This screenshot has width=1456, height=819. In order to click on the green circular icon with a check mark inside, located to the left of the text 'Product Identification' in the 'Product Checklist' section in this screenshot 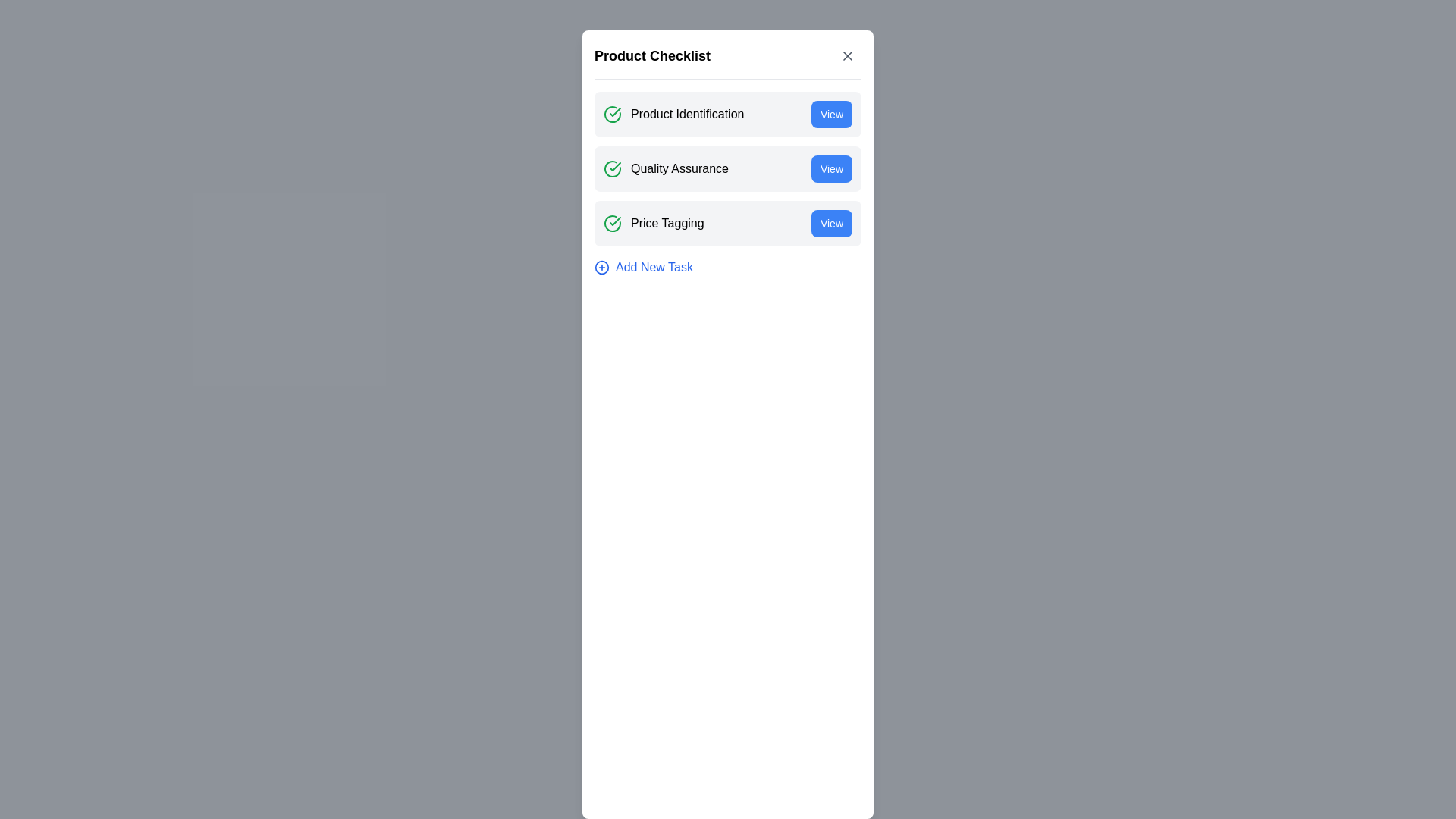, I will do `click(612, 113)`.